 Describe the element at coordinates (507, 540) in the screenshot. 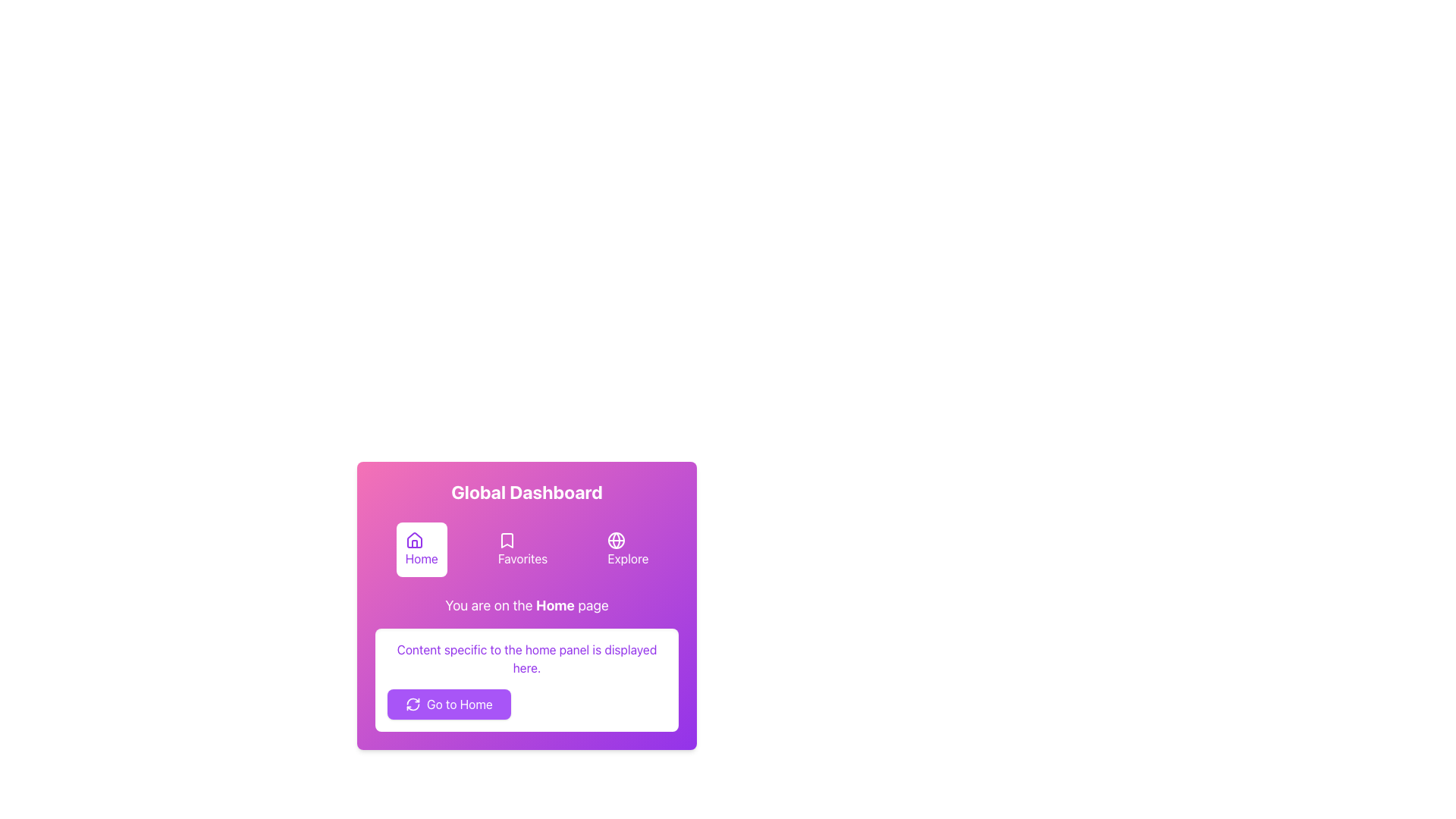

I see `the Favorites icon, which serves as a visual indicator for the Favorites section located above the label 'Favorites.'` at that location.